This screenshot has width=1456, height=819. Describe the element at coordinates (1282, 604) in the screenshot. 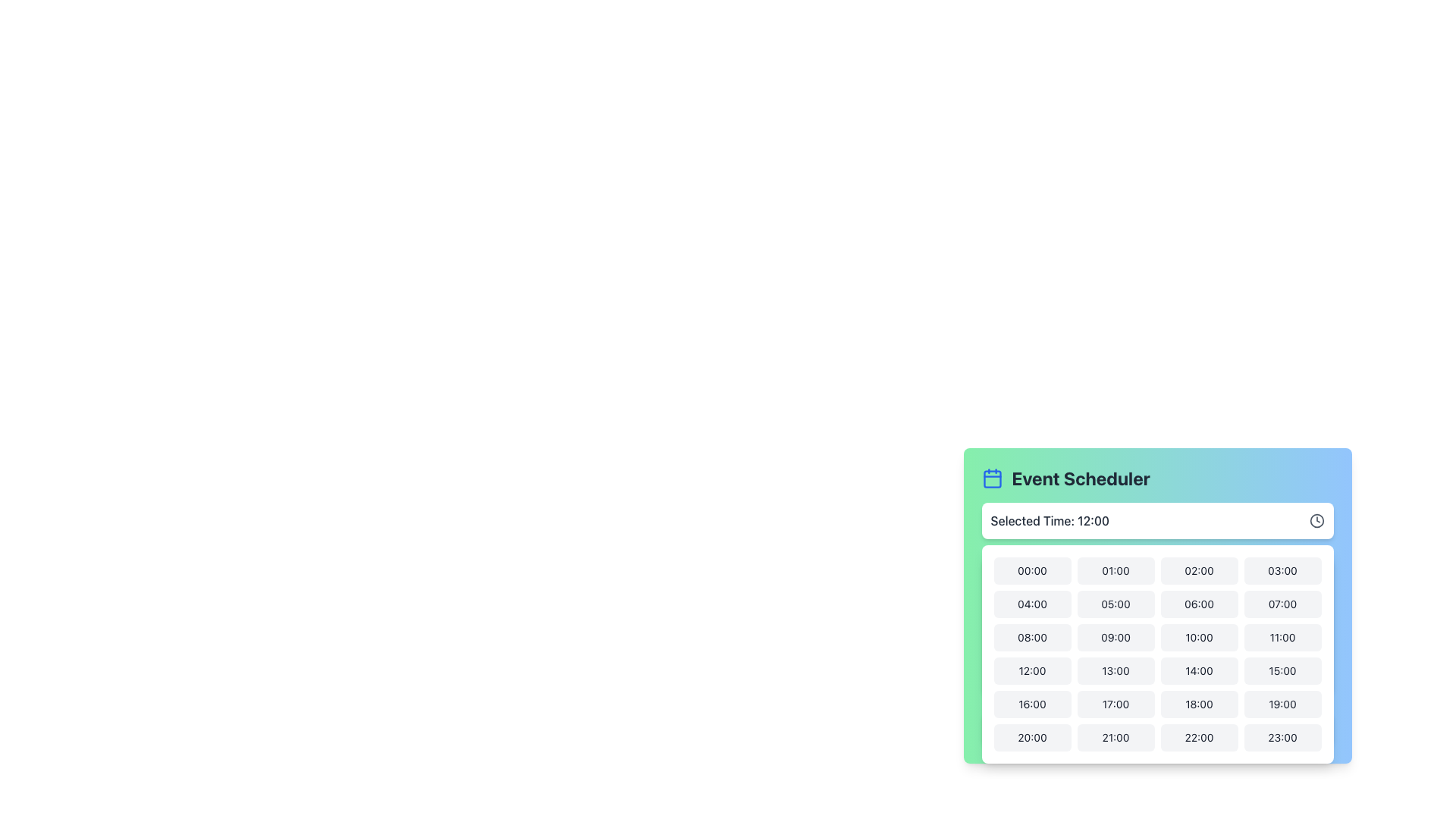

I see `the time selection button for '07:00' located in the second row, fourth column of the time slots grid in the 'Event Scheduler' interface` at that location.